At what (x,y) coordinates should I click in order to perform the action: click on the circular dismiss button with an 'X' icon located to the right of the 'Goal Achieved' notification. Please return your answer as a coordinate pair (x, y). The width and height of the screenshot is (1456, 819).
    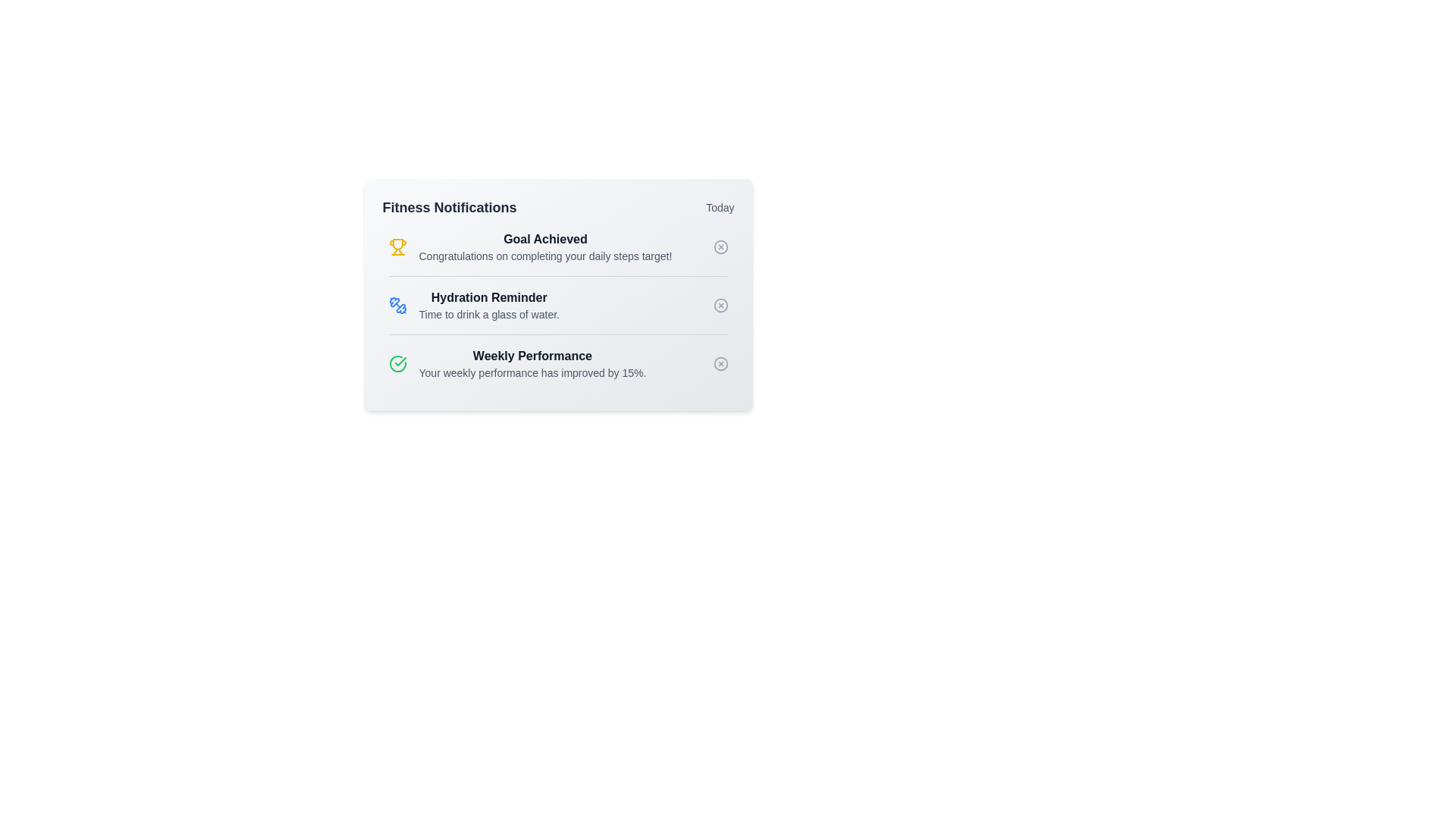
    Looking at the image, I should click on (720, 246).